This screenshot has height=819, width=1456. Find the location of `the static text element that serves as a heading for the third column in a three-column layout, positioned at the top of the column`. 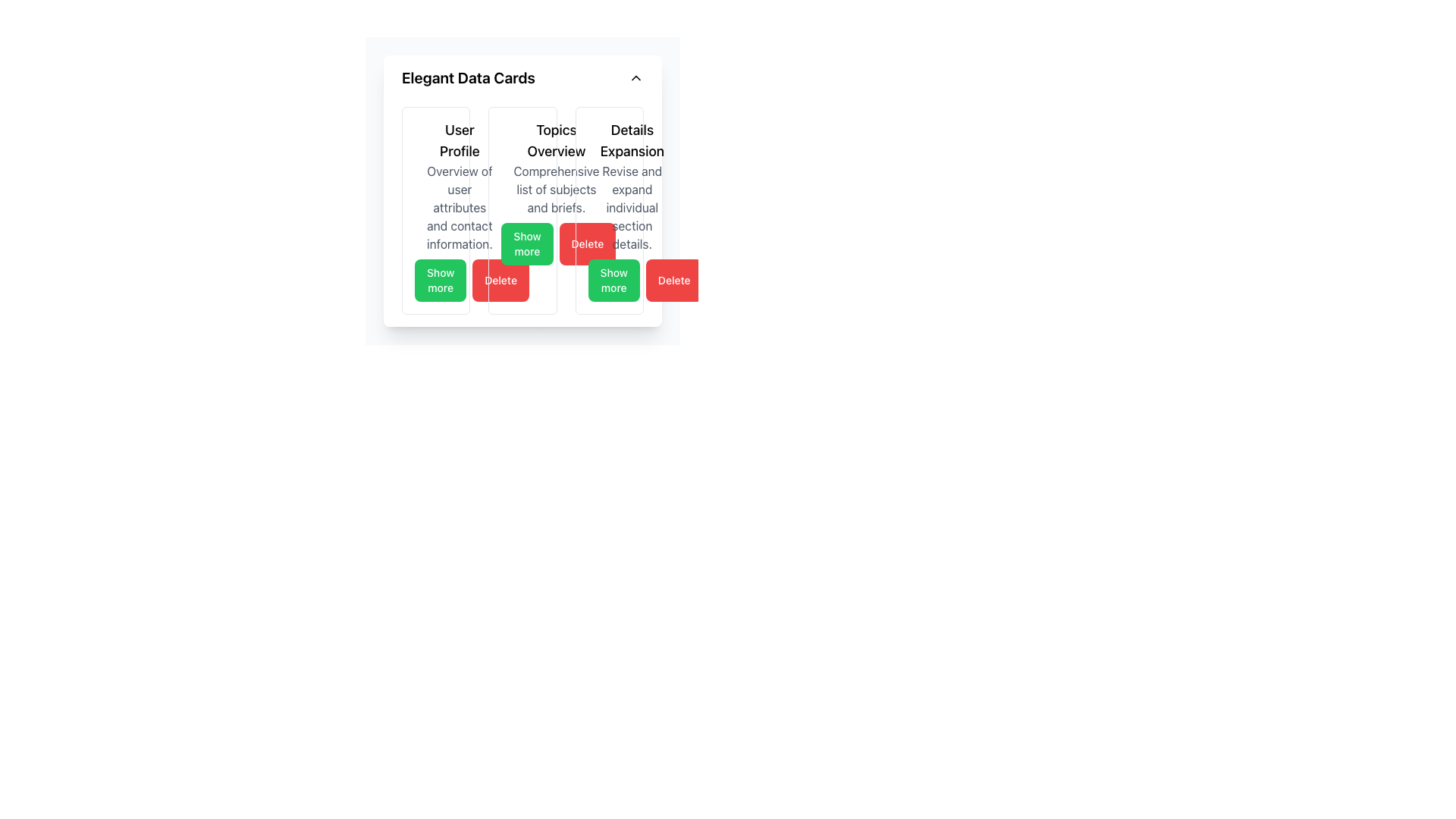

the static text element that serves as a heading for the third column in a three-column layout, positioned at the top of the column is located at coordinates (632, 140).